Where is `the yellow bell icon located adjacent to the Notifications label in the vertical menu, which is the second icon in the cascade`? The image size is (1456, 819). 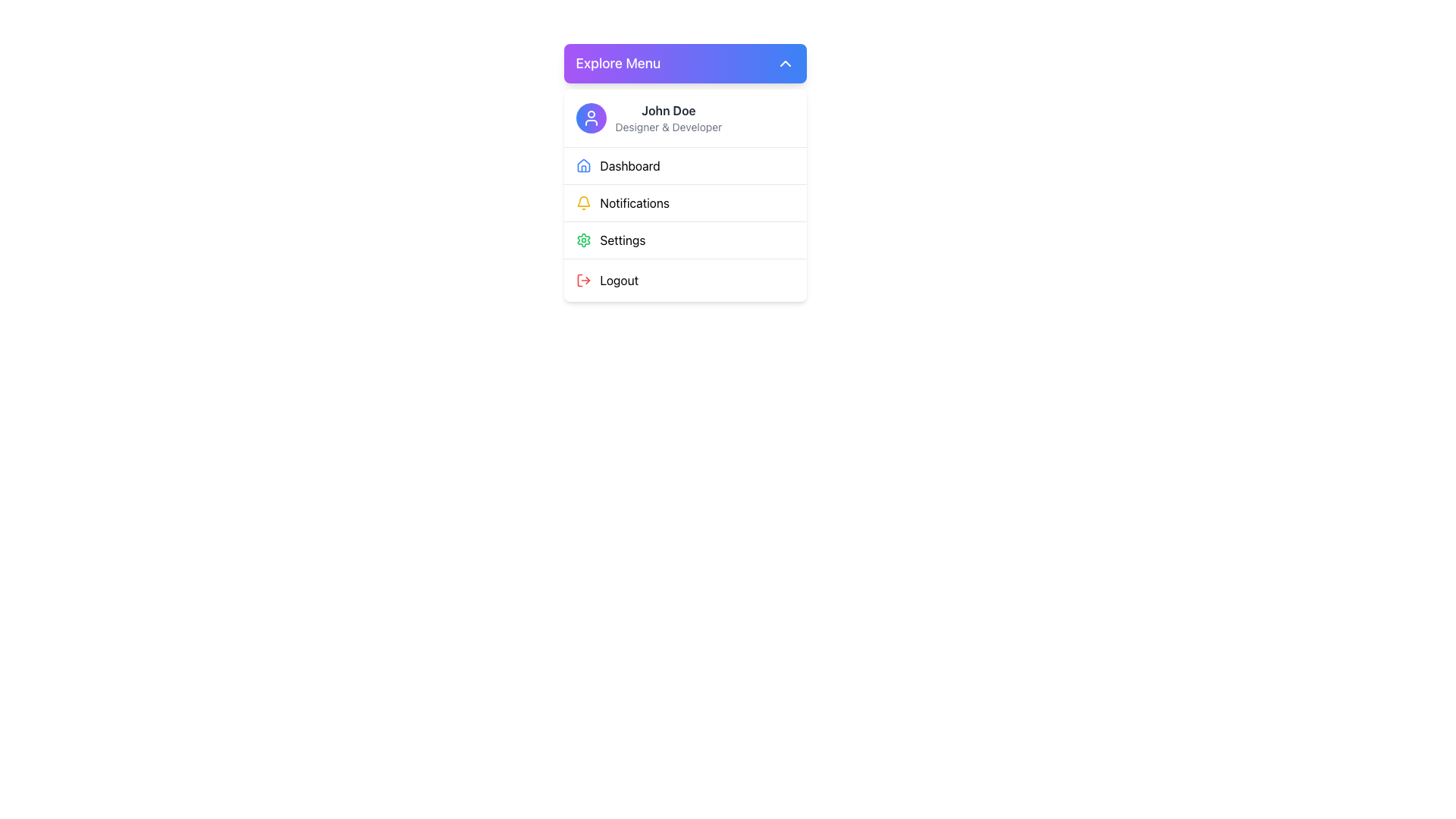 the yellow bell icon located adjacent to the Notifications label in the vertical menu, which is the second icon in the cascade is located at coordinates (582, 200).